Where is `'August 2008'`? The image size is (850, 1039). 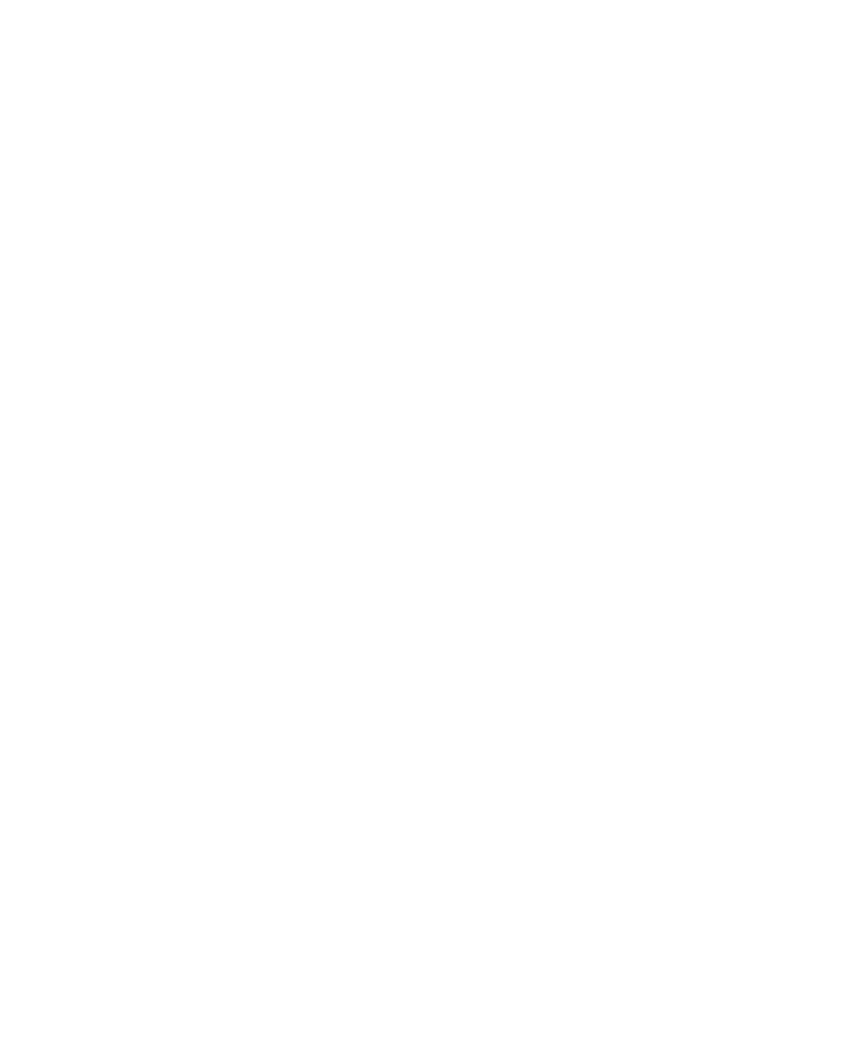 'August 2008' is located at coordinates (133, 836).